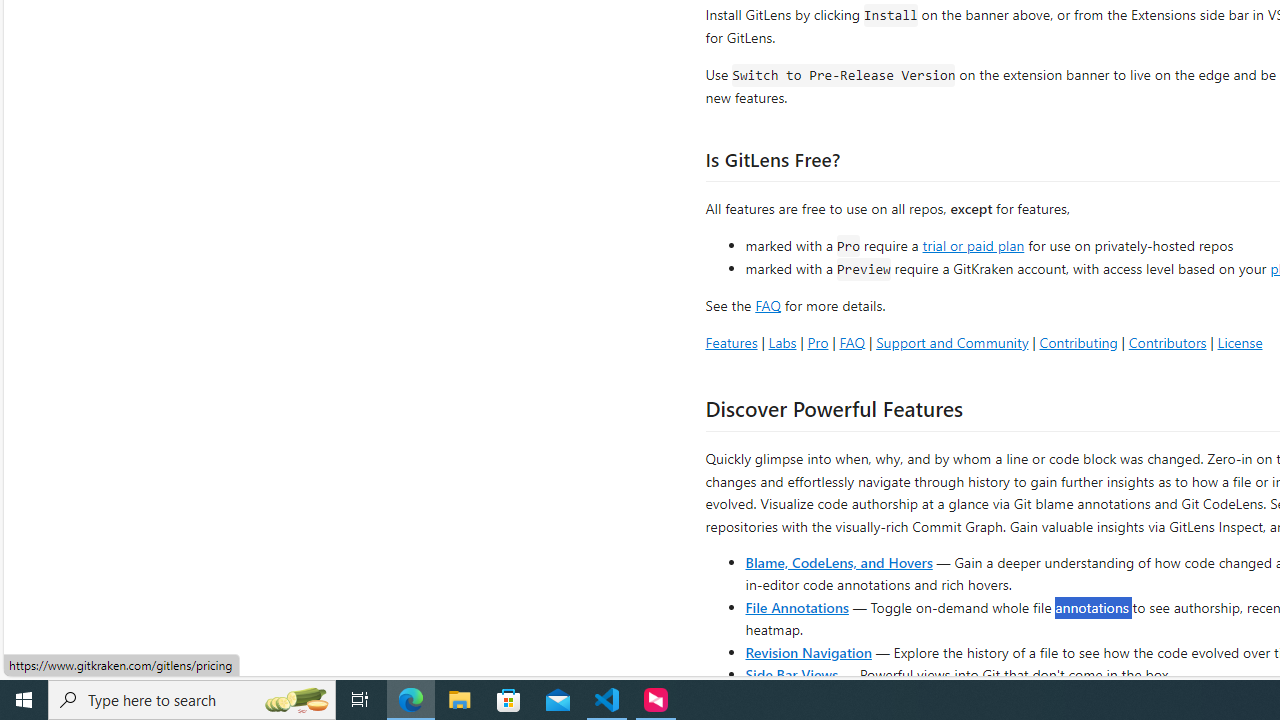 The height and width of the screenshot is (720, 1280). I want to click on 'Pro', so click(817, 341).